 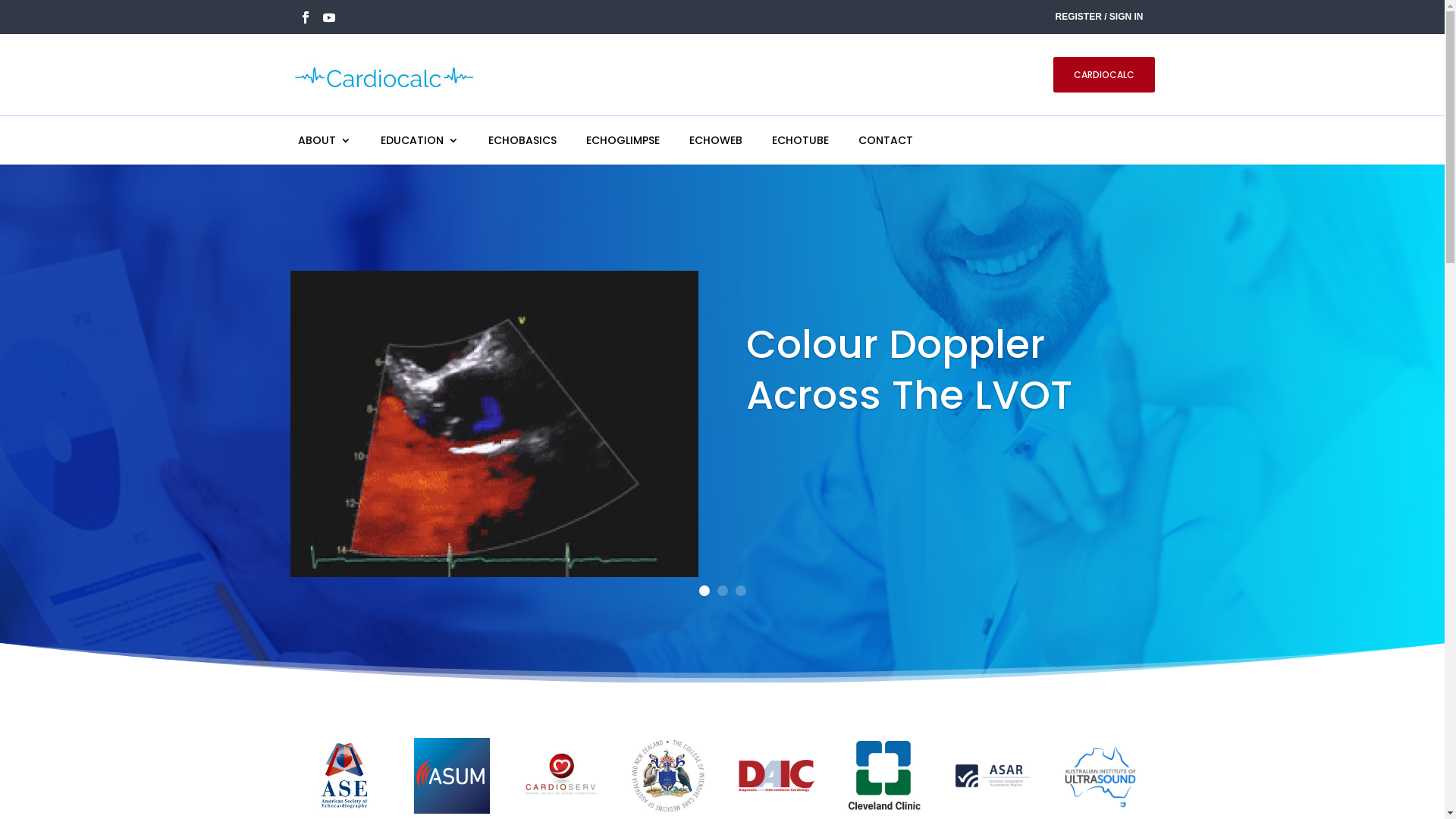 What do you see at coordinates (1099, 17) in the screenshot?
I see `'REGISTER / SIGN IN'` at bounding box center [1099, 17].